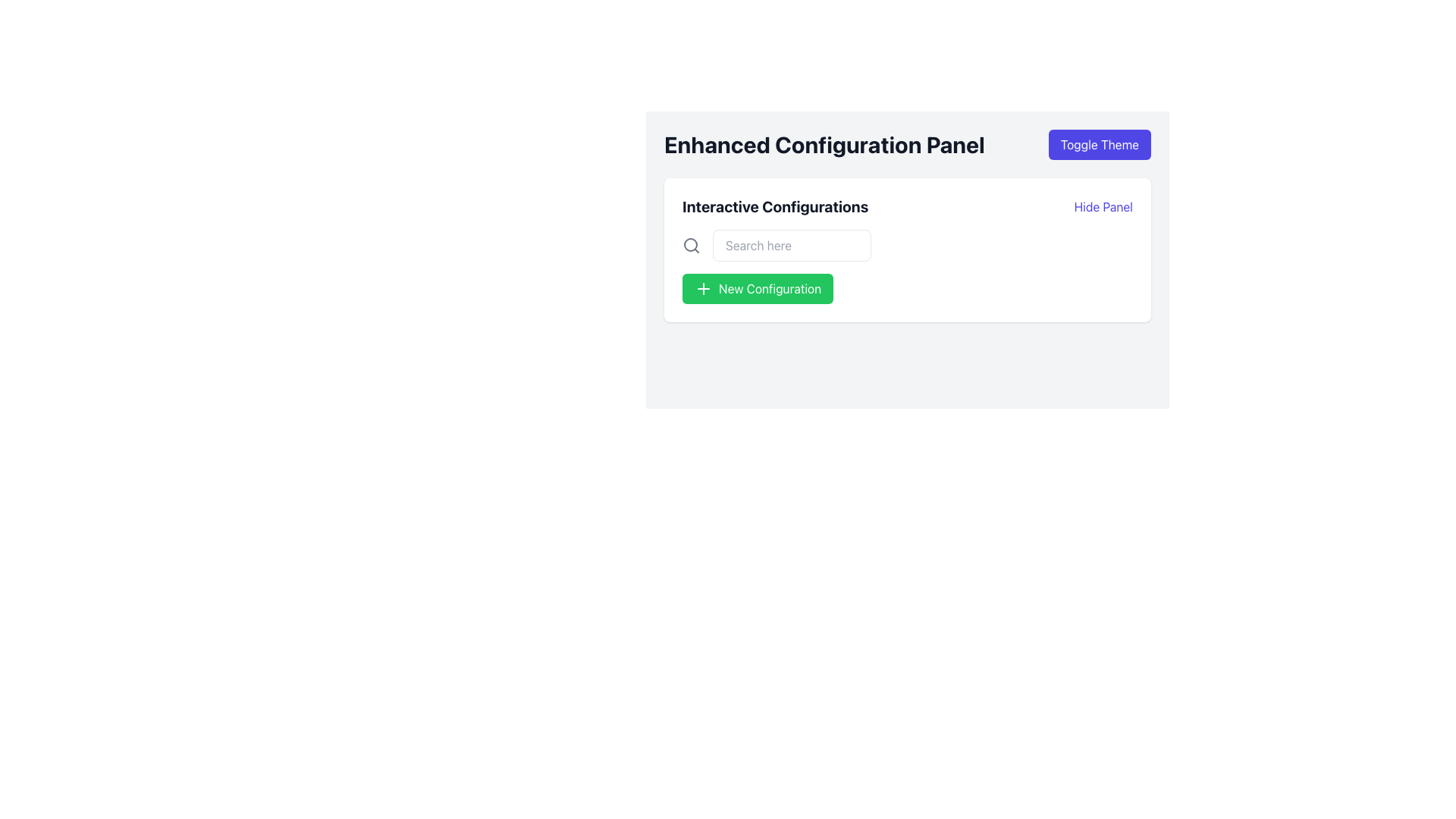  I want to click on the toggle button located in the top-right corner of the interface, next to the 'Enhanced Configuration Panel' header, so click(1100, 145).